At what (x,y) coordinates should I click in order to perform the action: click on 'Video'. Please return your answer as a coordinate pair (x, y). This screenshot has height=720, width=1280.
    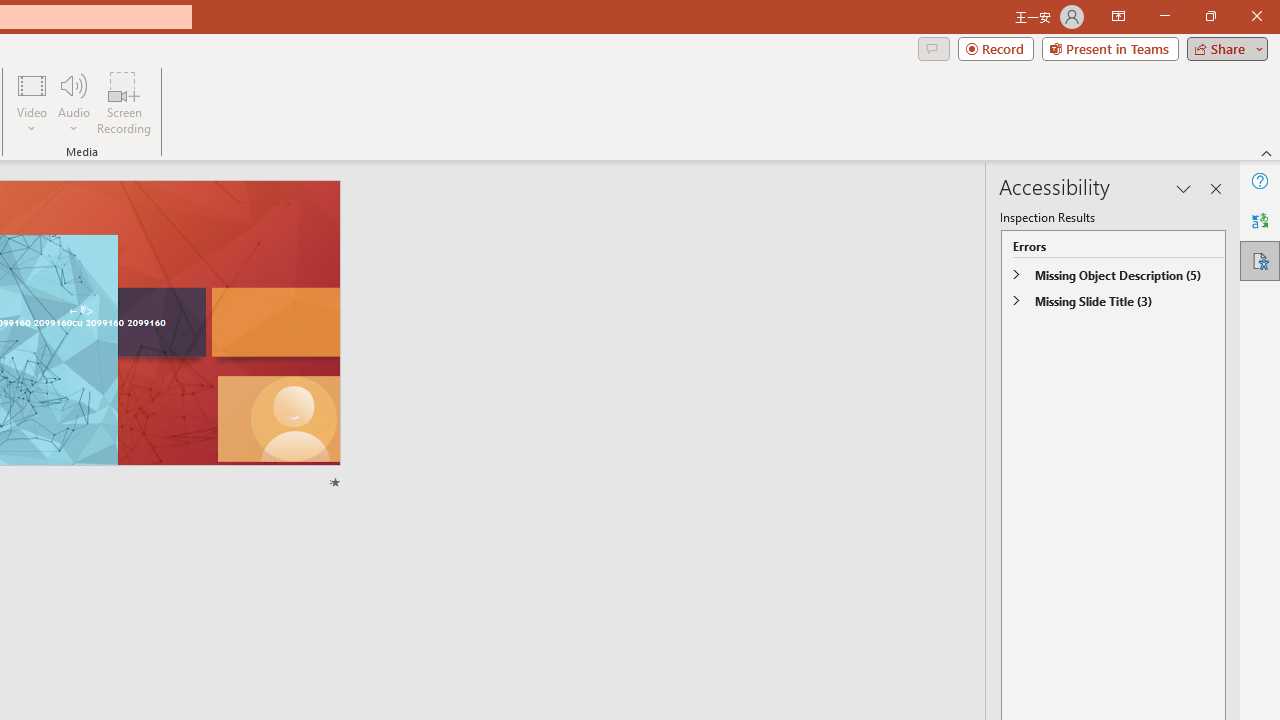
    Looking at the image, I should click on (32, 103).